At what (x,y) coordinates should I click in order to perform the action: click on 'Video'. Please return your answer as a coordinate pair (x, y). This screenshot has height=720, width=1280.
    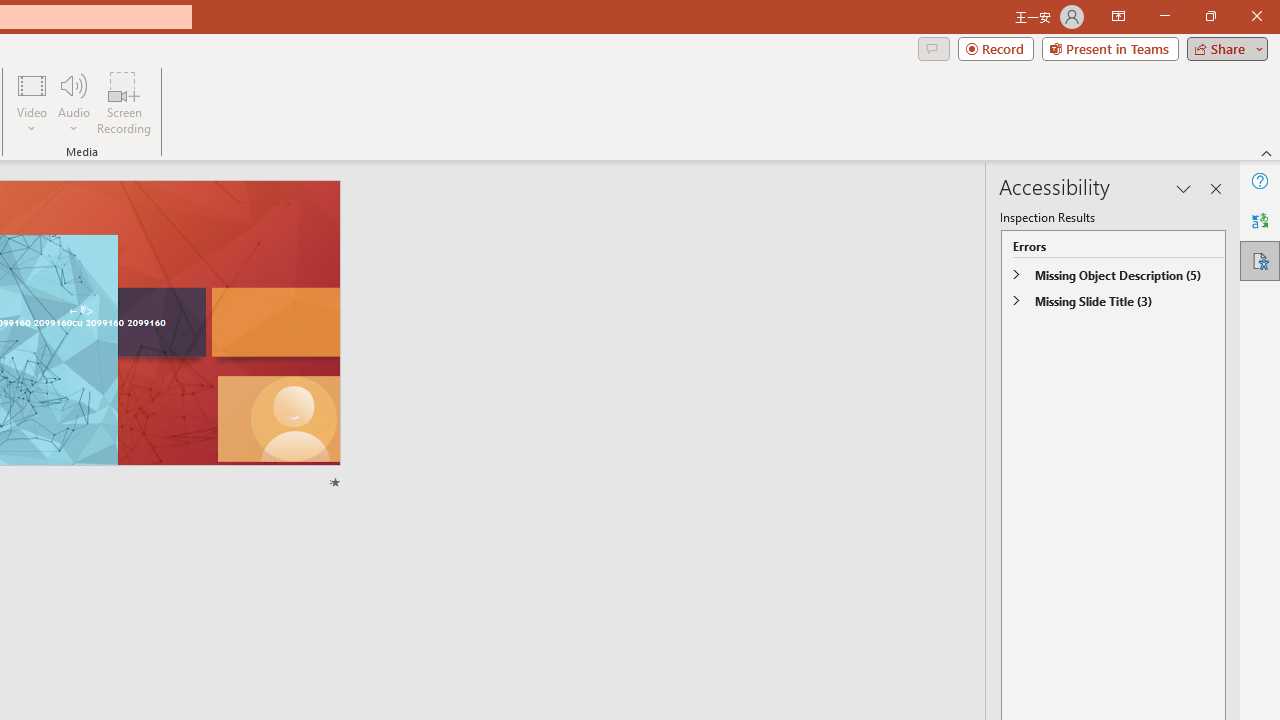
    Looking at the image, I should click on (32, 103).